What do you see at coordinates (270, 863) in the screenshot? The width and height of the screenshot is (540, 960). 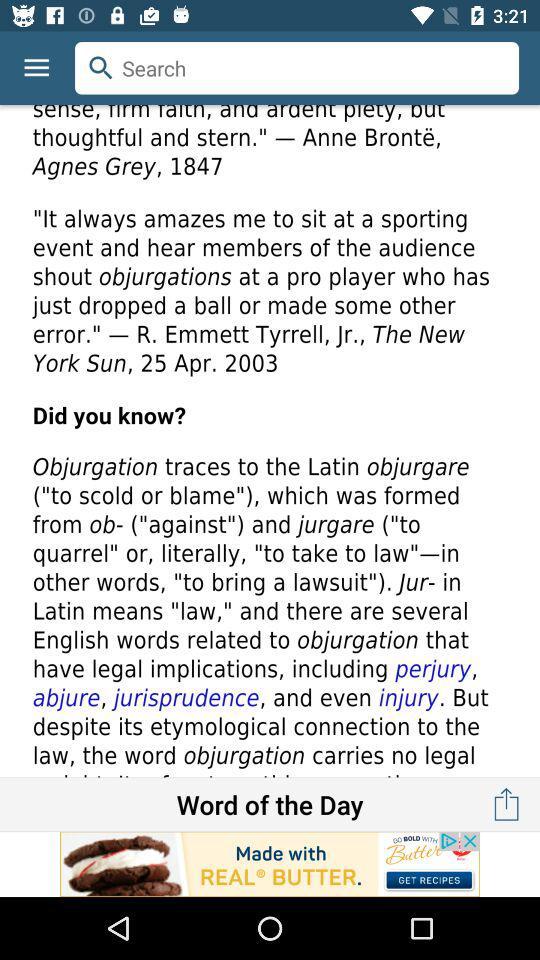 I see `advertisement page` at bounding box center [270, 863].